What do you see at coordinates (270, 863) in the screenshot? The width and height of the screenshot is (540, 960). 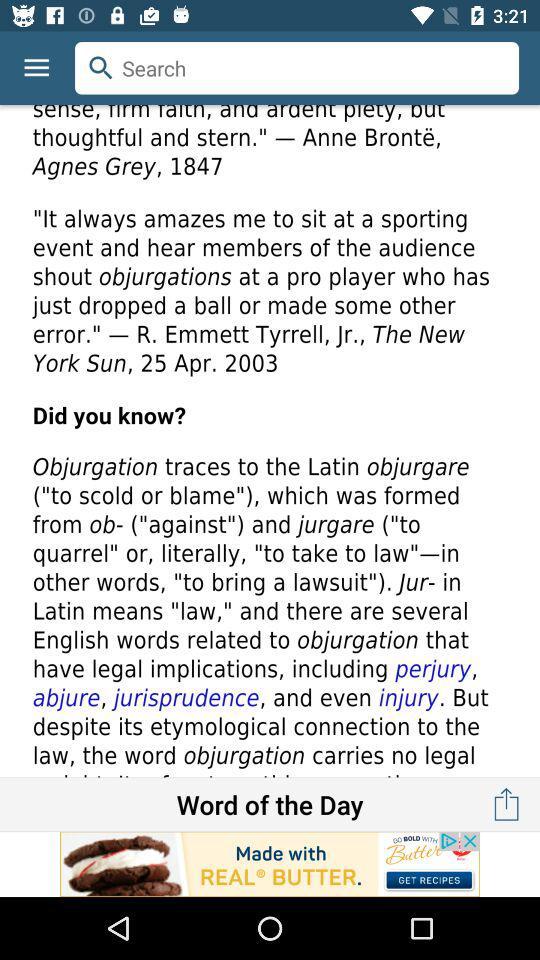 I see `advertisement page` at bounding box center [270, 863].